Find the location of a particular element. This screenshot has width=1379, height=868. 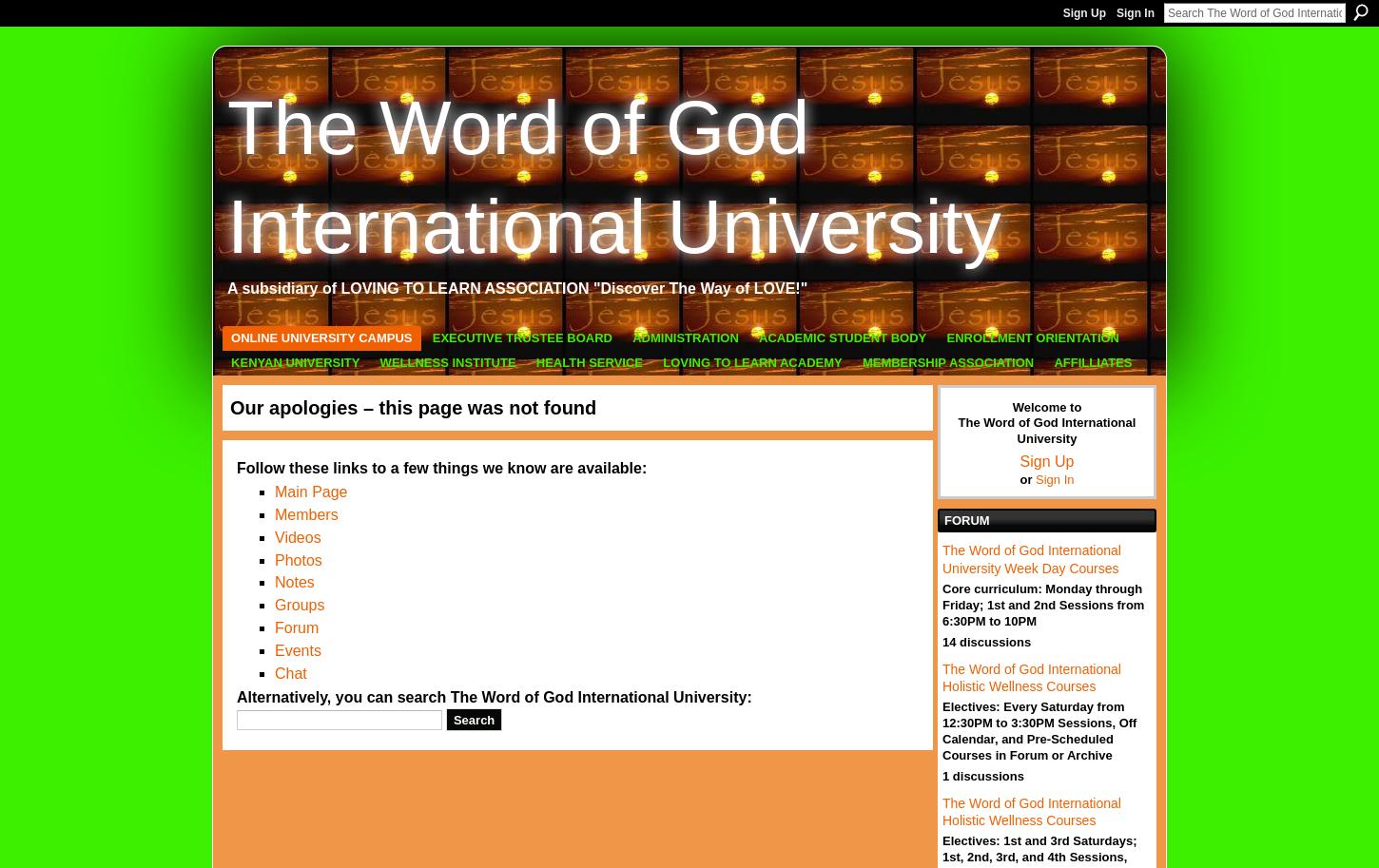

'Chat' is located at coordinates (290, 671).